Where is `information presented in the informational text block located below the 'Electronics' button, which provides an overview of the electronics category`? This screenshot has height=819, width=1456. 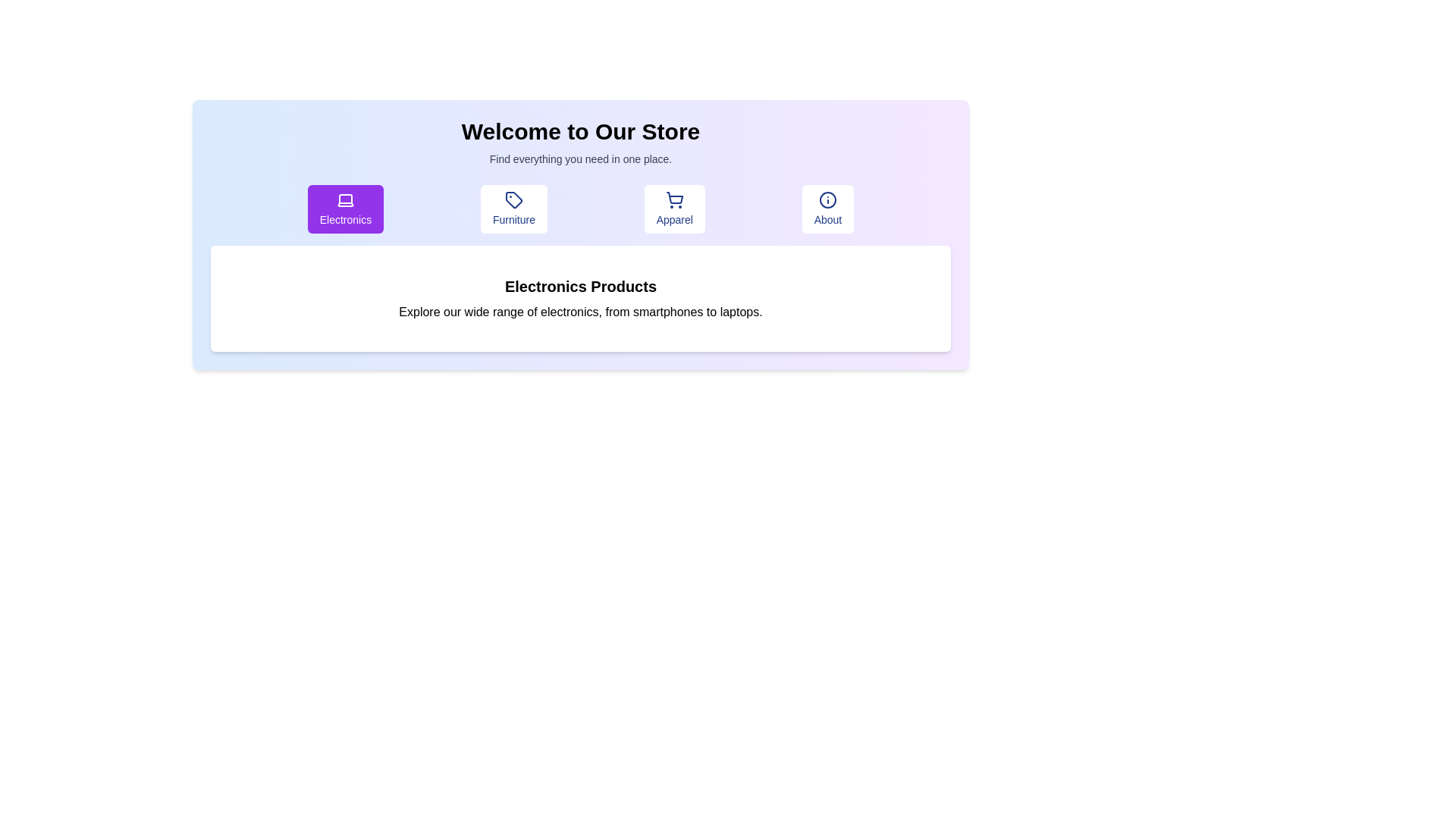 information presented in the informational text block located below the 'Electronics' button, which provides an overview of the electronics category is located at coordinates (580, 298).